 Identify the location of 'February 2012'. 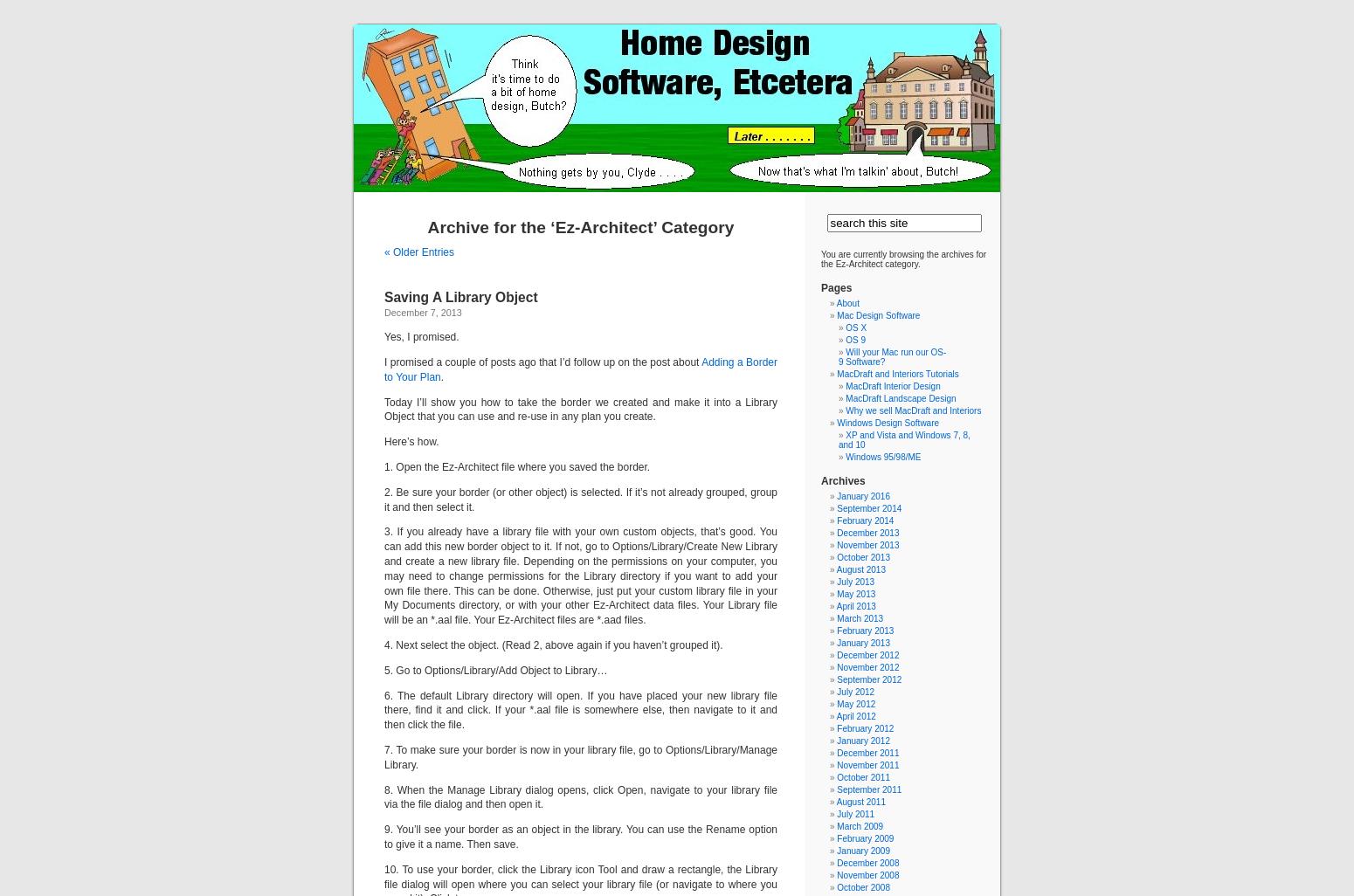
(864, 728).